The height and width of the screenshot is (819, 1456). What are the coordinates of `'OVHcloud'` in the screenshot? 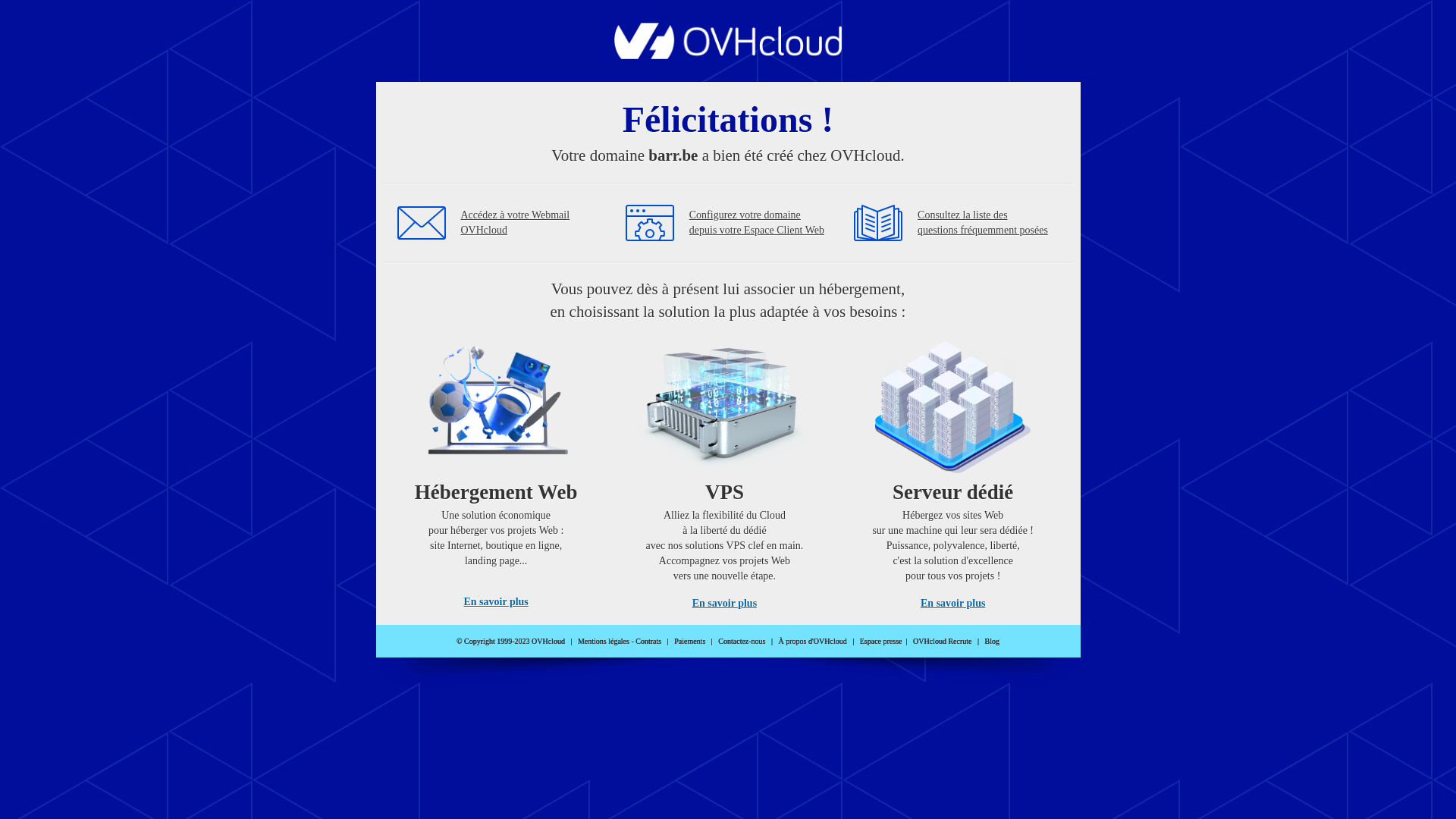 It's located at (728, 54).